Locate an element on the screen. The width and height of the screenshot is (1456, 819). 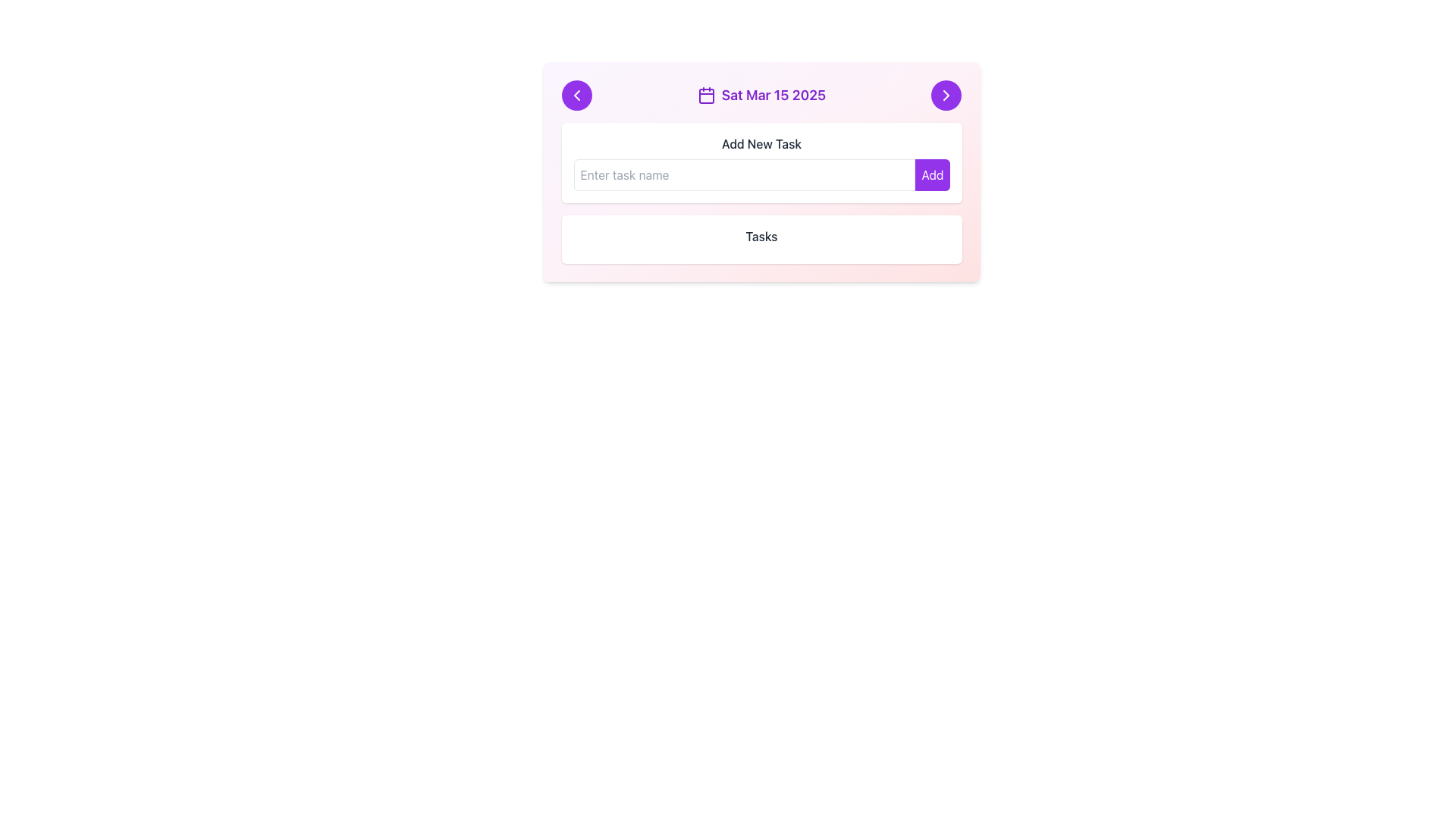
the 'Add Task' button located in the 'Add New Task' section to change its color is located at coordinates (931, 174).